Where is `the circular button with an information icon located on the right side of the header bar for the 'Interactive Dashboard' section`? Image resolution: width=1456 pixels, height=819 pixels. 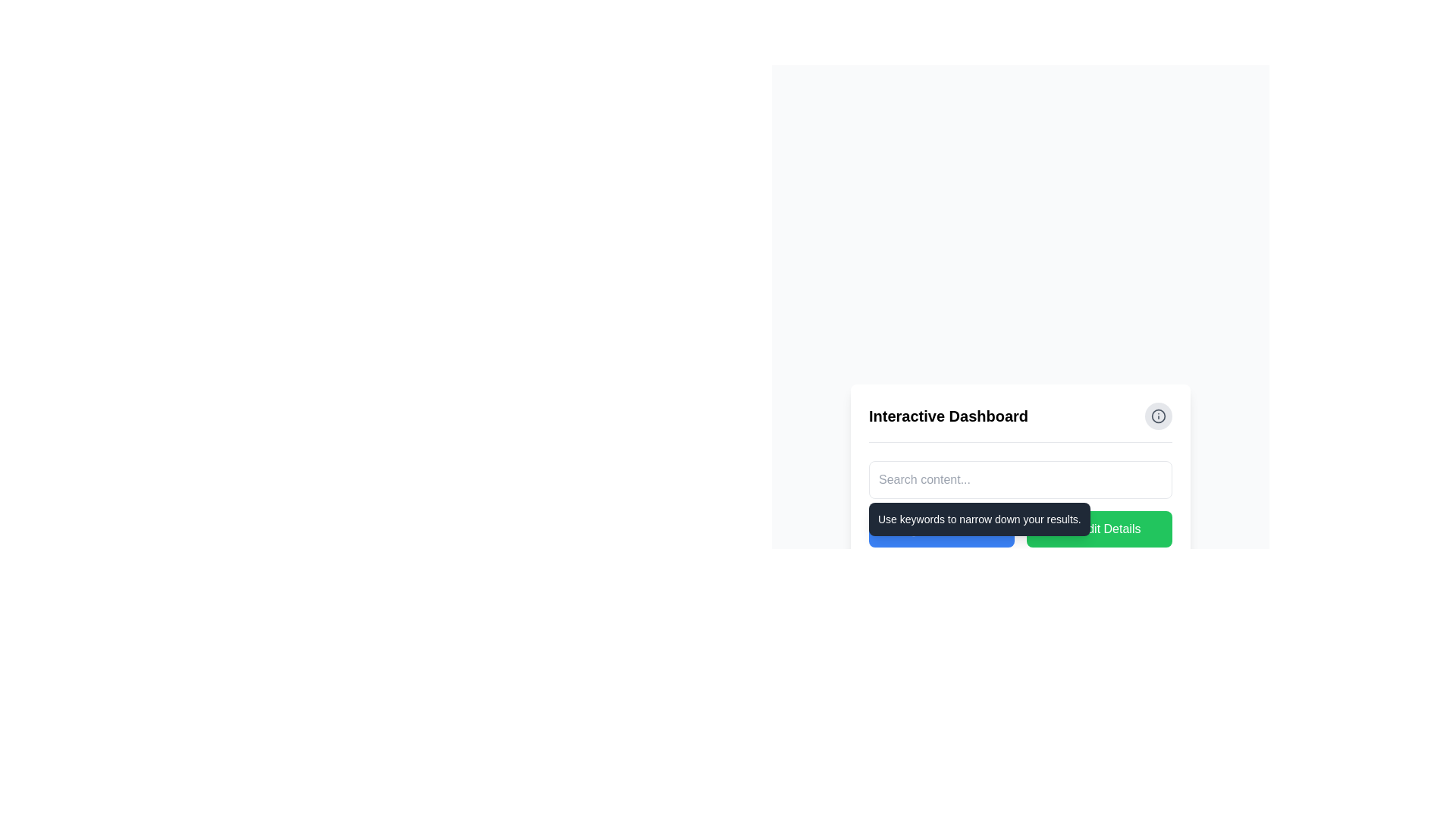 the circular button with an information icon located on the right side of the header bar for the 'Interactive Dashboard' section is located at coordinates (1157, 416).